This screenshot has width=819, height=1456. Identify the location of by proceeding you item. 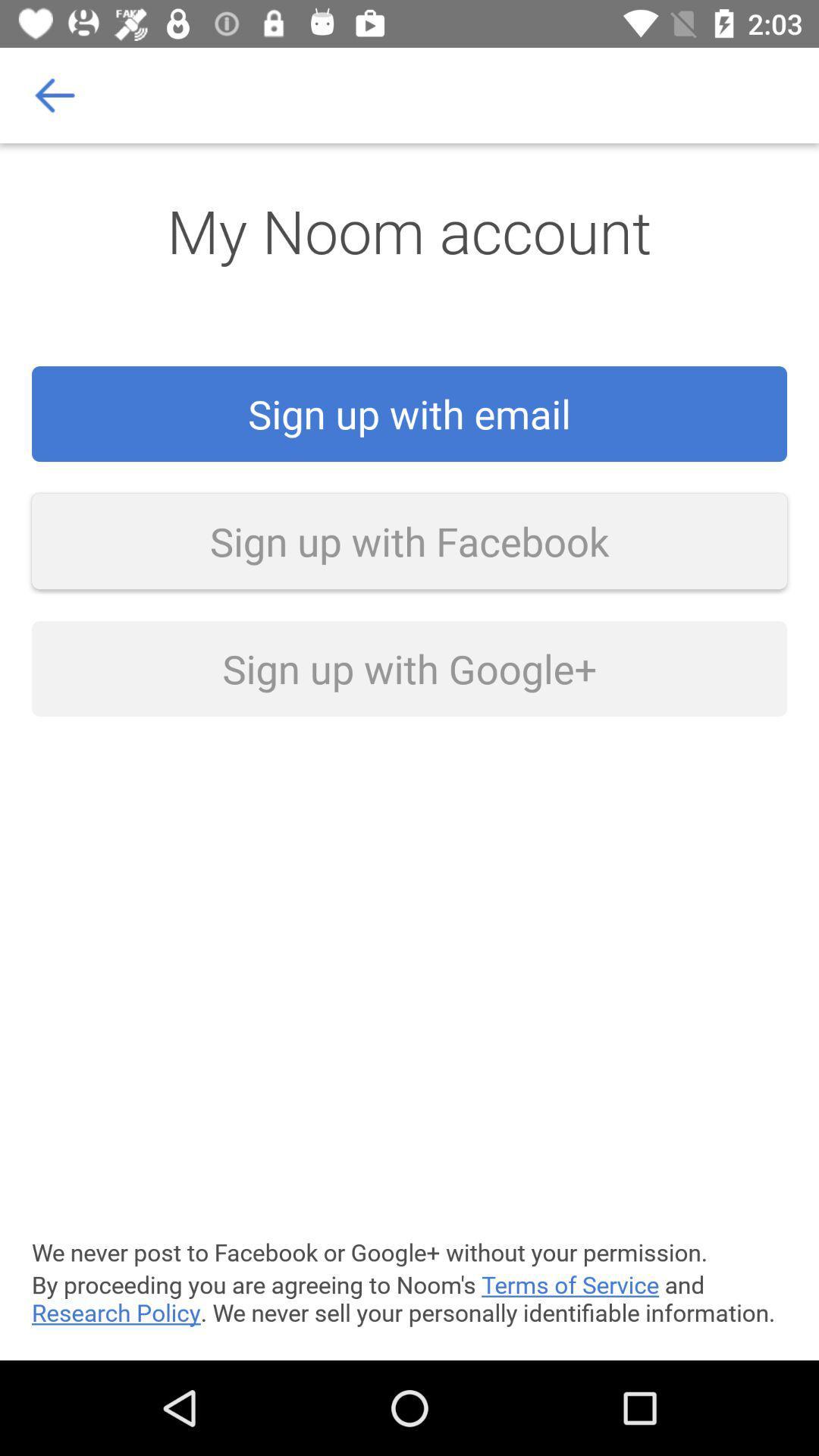
(409, 1298).